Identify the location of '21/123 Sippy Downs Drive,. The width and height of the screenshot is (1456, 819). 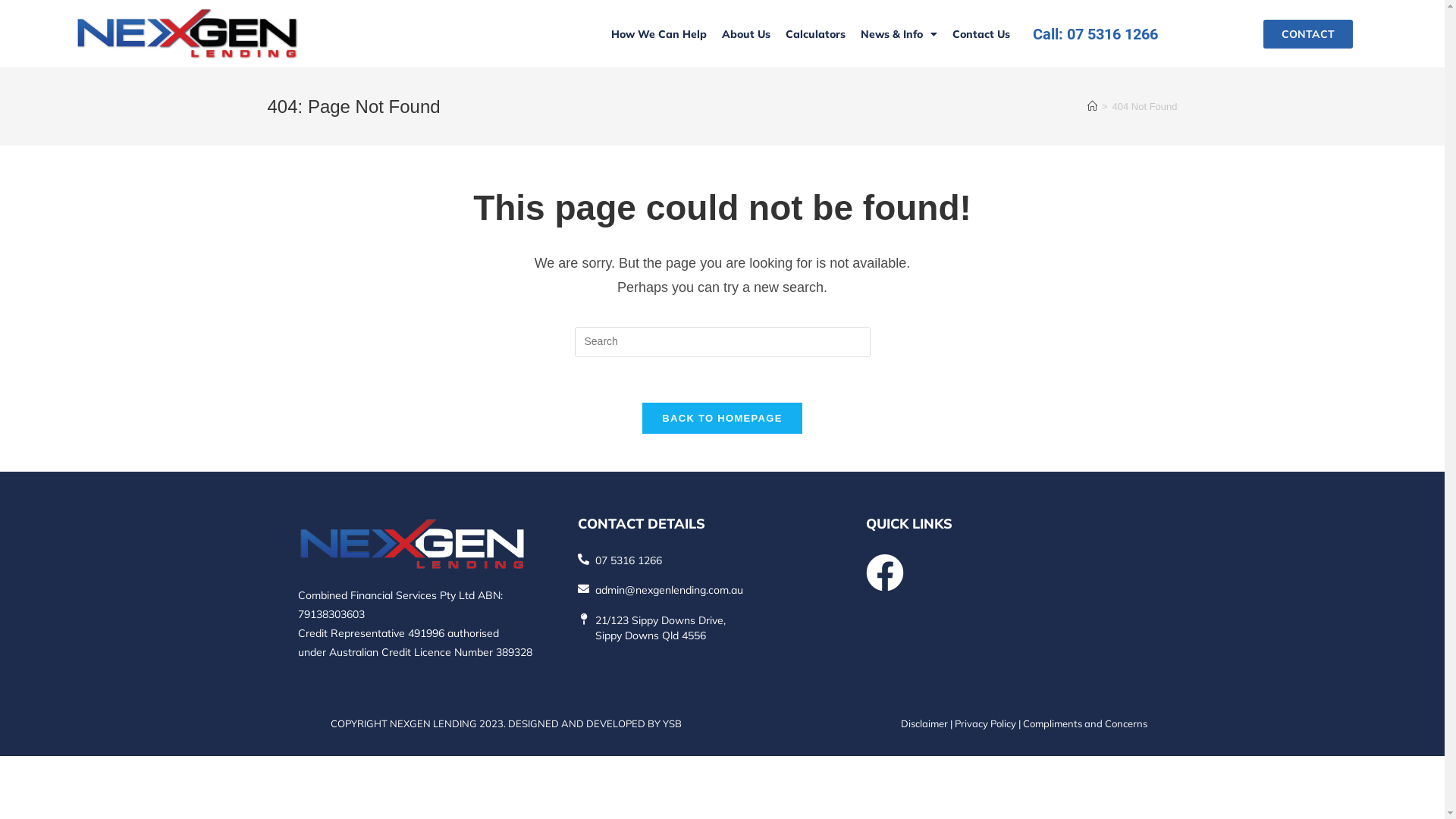
(660, 628).